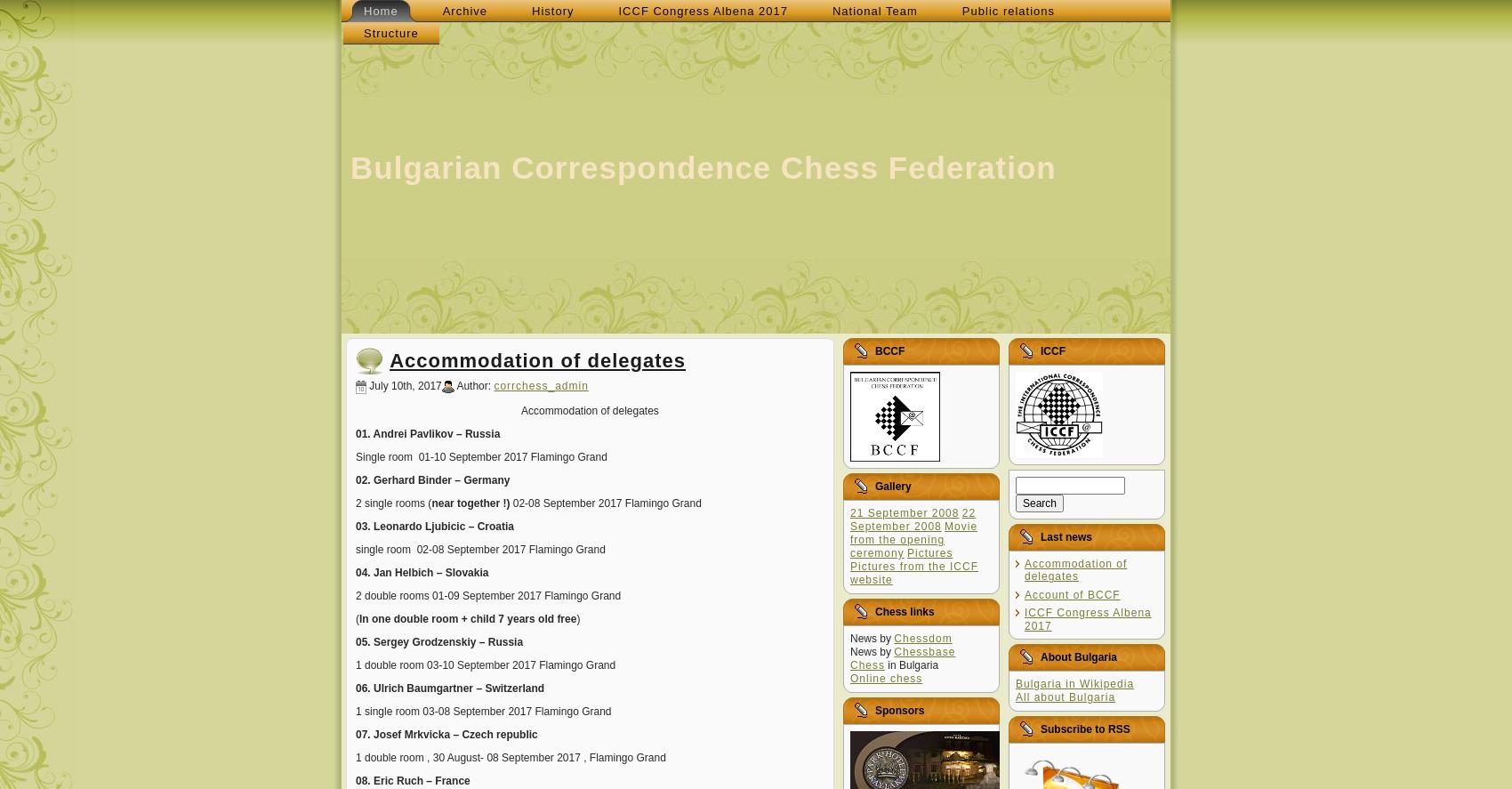  What do you see at coordinates (464, 11) in the screenshot?
I see `'Archive'` at bounding box center [464, 11].